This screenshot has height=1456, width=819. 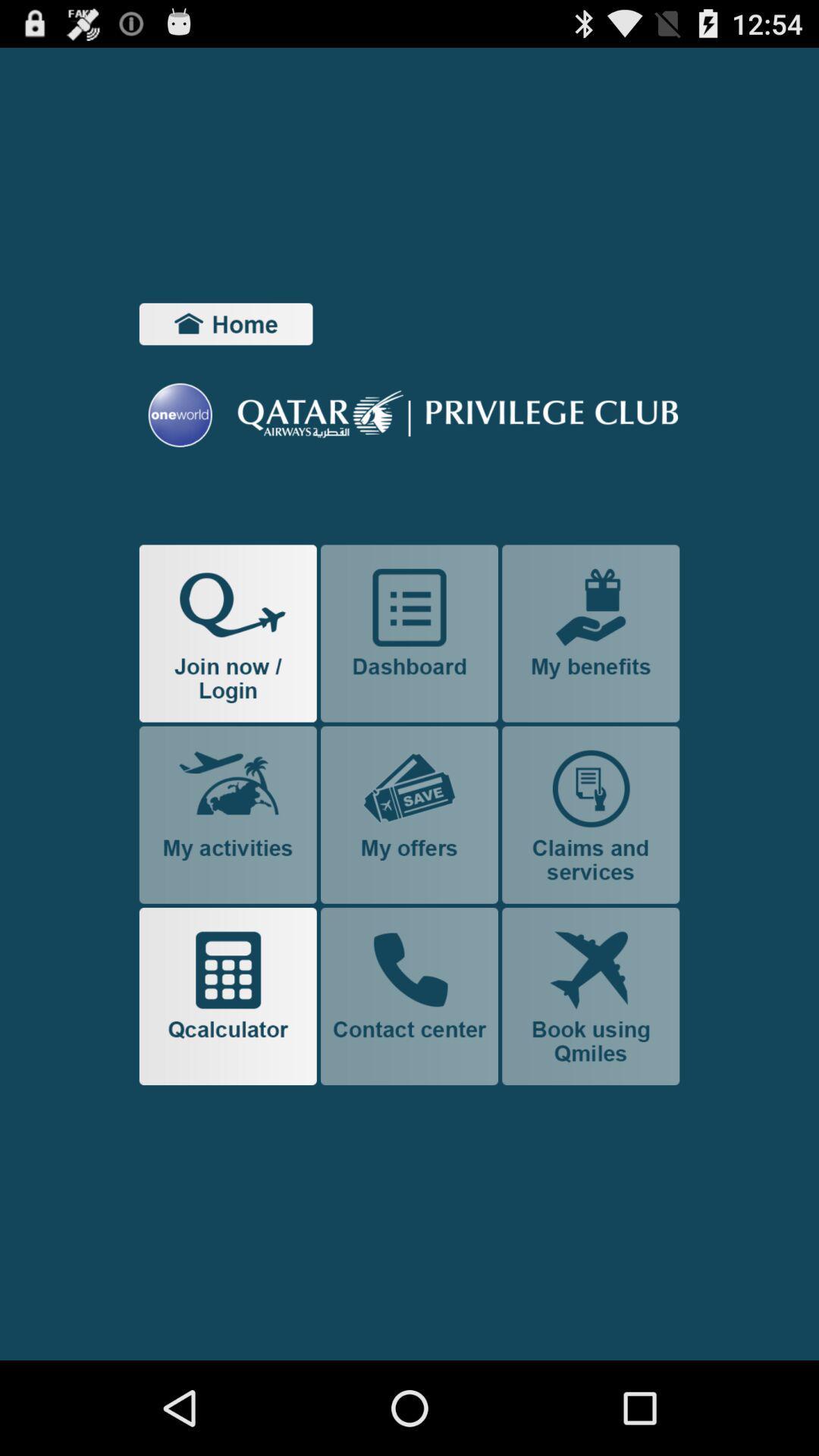 What do you see at coordinates (590, 814) in the screenshot?
I see `claim and service` at bounding box center [590, 814].